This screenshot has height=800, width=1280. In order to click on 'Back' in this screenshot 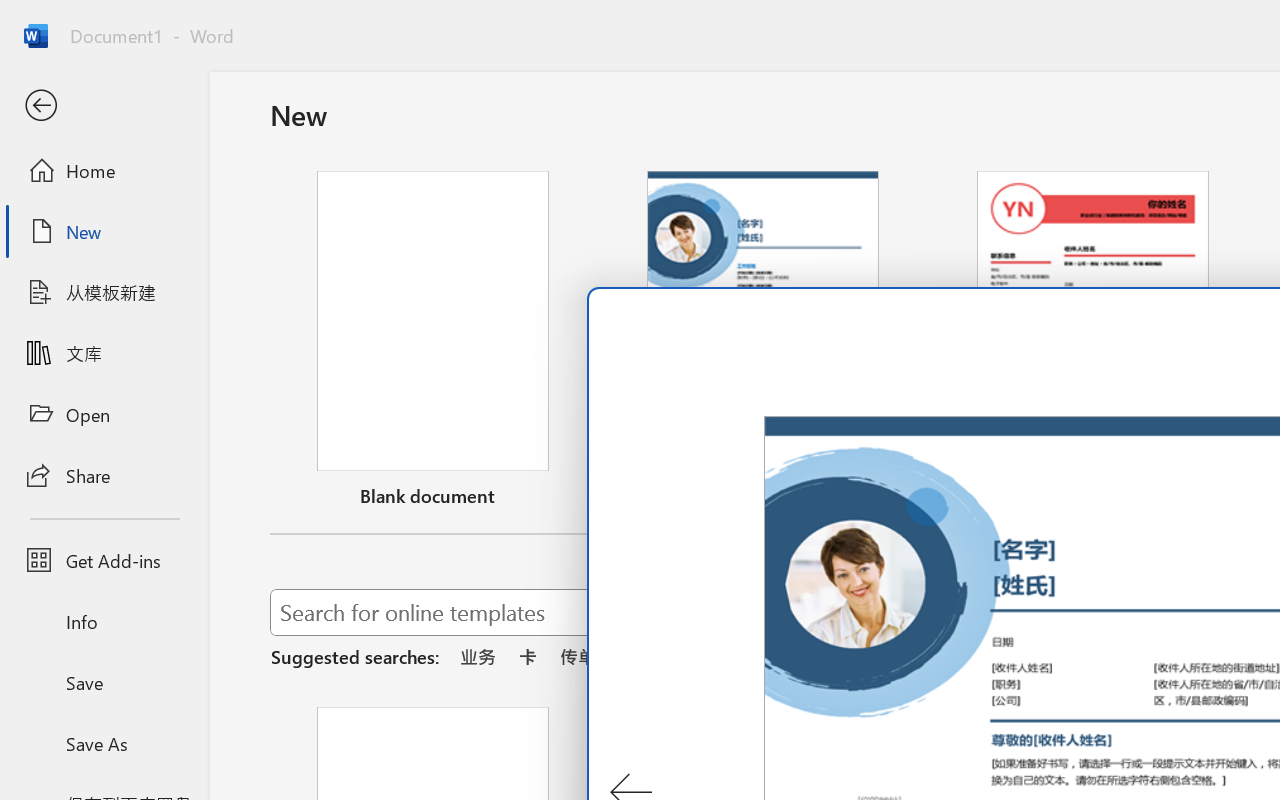, I will do `click(103, 105)`.